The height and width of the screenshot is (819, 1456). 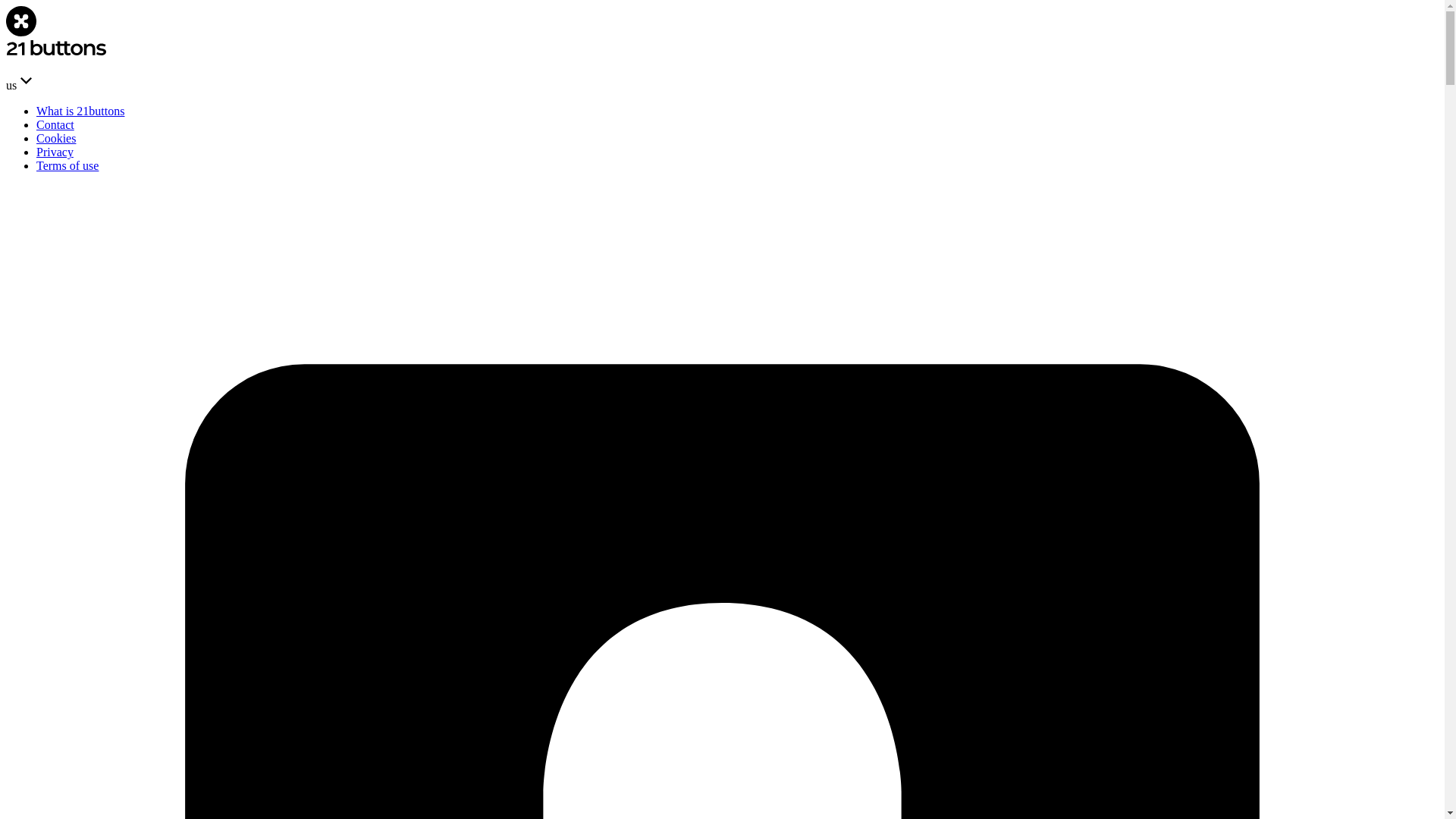 I want to click on 'Terms of use', so click(x=67, y=165).